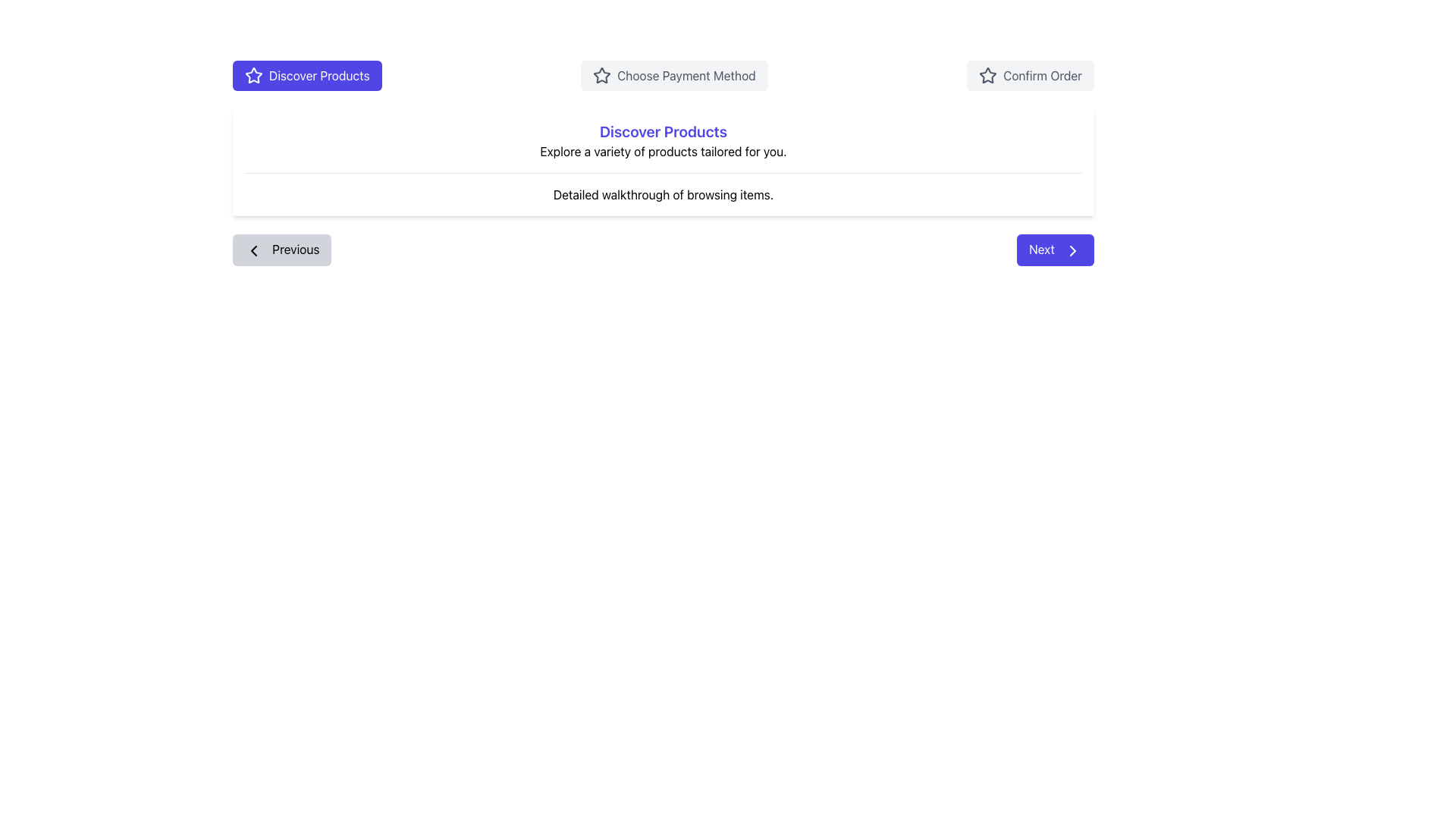 This screenshot has height=819, width=1456. I want to click on the star icon within the blue 'Discover Products' button, which serves as a decorative feature in the navigation interface, so click(254, 75).